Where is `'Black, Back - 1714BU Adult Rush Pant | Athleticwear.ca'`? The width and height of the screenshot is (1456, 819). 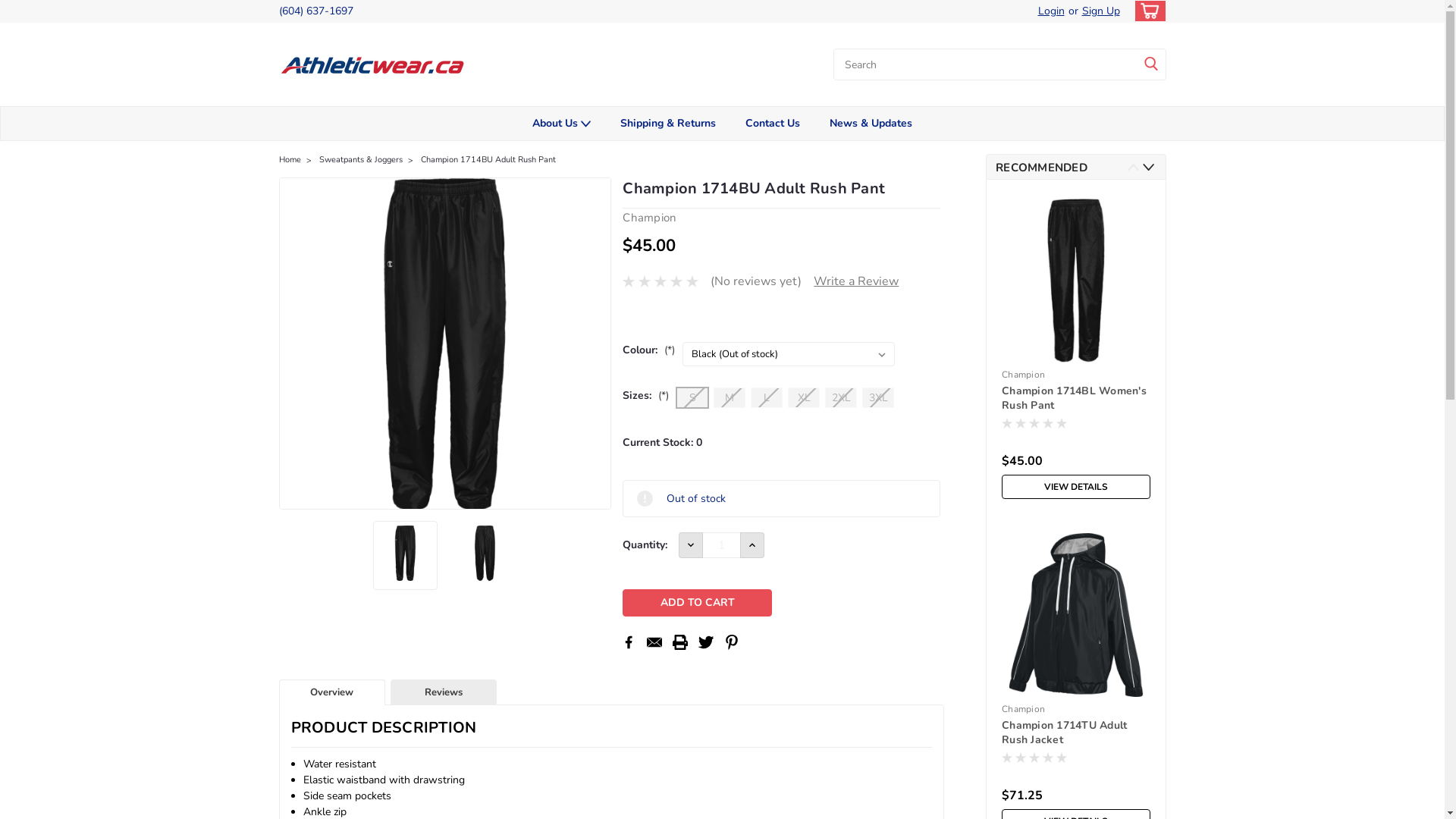 'Black, Back - 1714BU Adult Rush Pant | Athleticwear.ca' is located at coordinates (484, 553).